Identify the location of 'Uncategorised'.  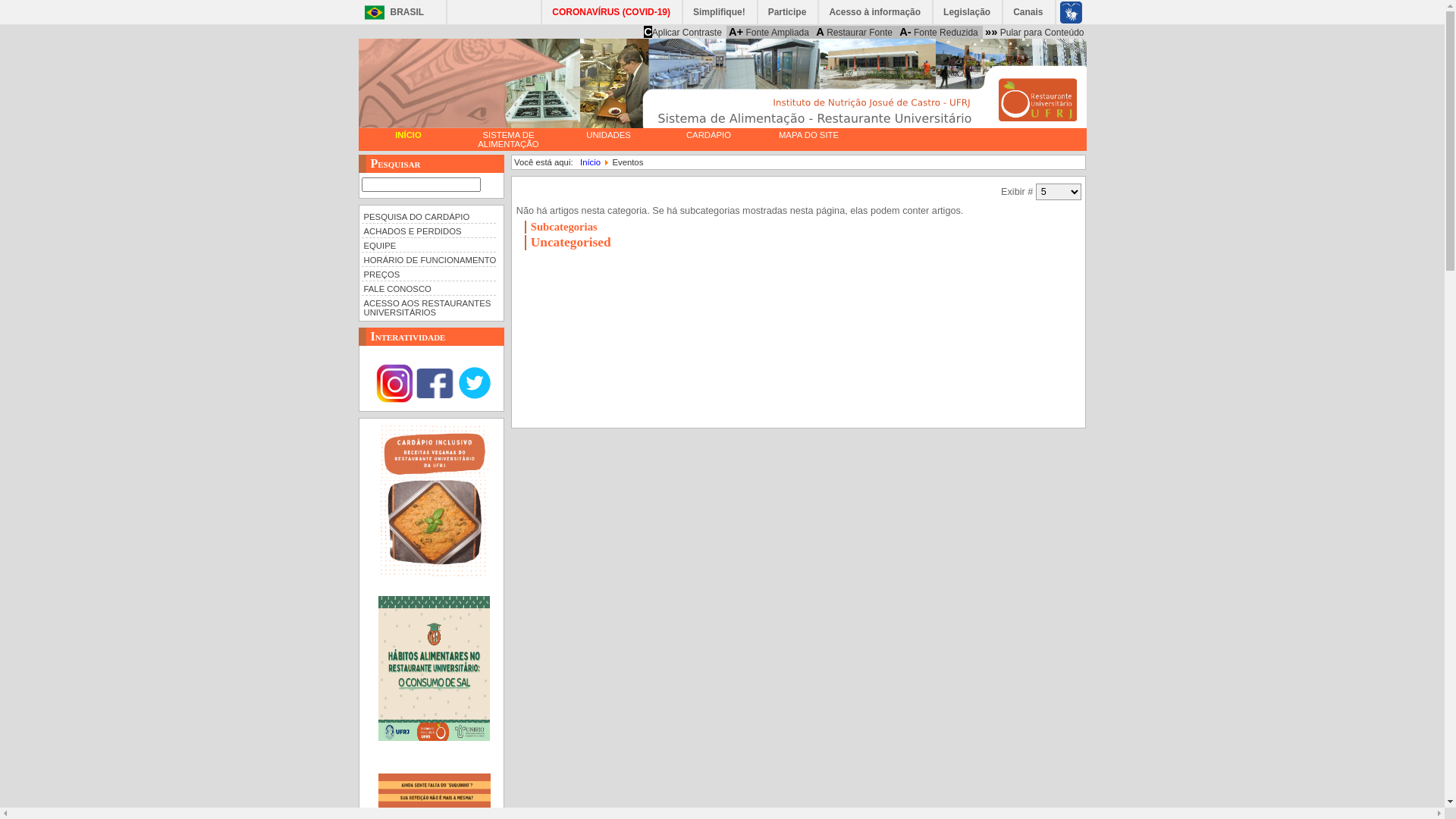
(570, 241).